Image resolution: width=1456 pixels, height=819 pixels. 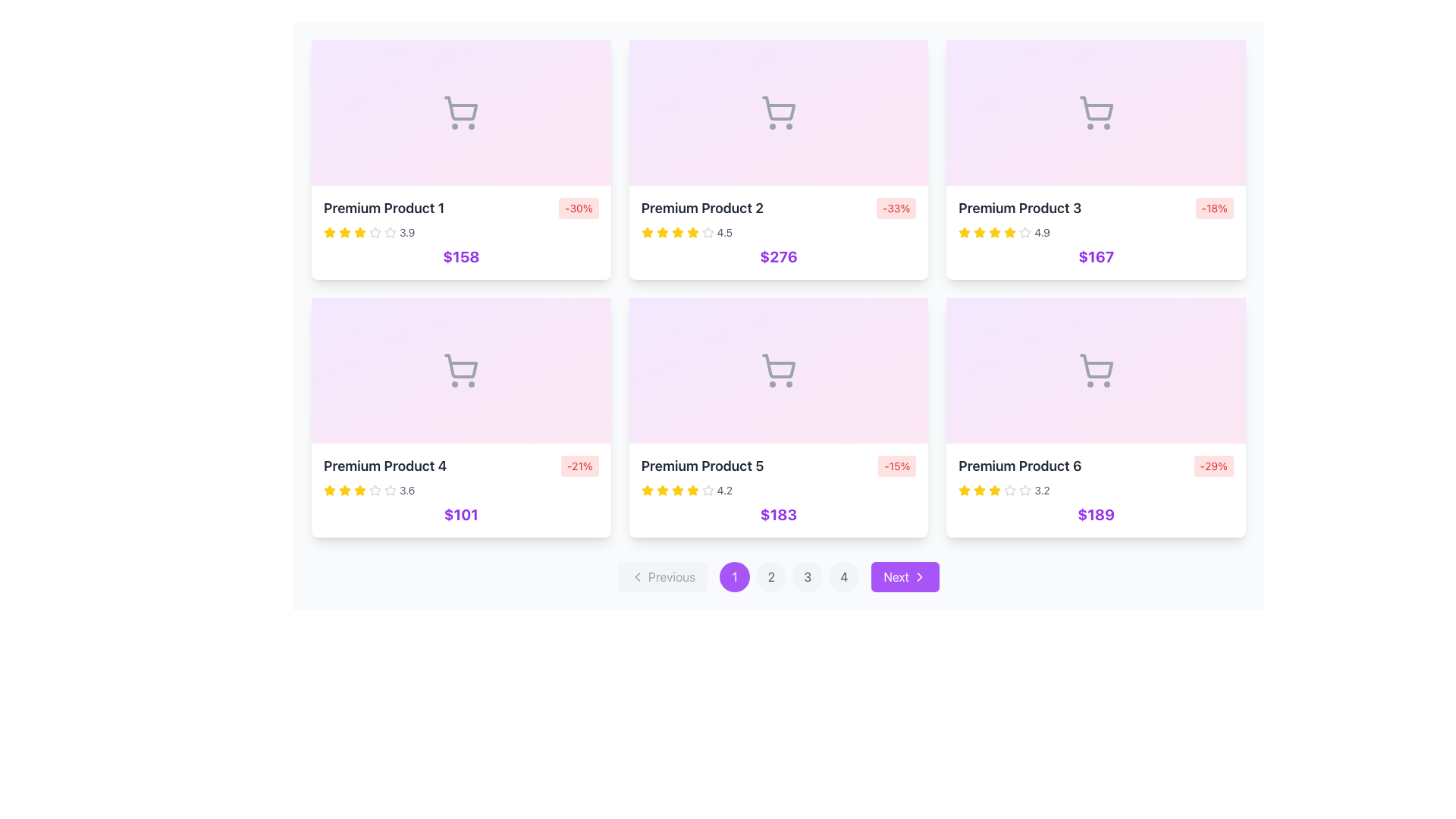 What do you see at coordinates (1025, 232) in the screenshot?
I see `the fourth filled star in the rating scale for the product 'Premium Product 3' to rate it` at bounding box center [1025, 232].